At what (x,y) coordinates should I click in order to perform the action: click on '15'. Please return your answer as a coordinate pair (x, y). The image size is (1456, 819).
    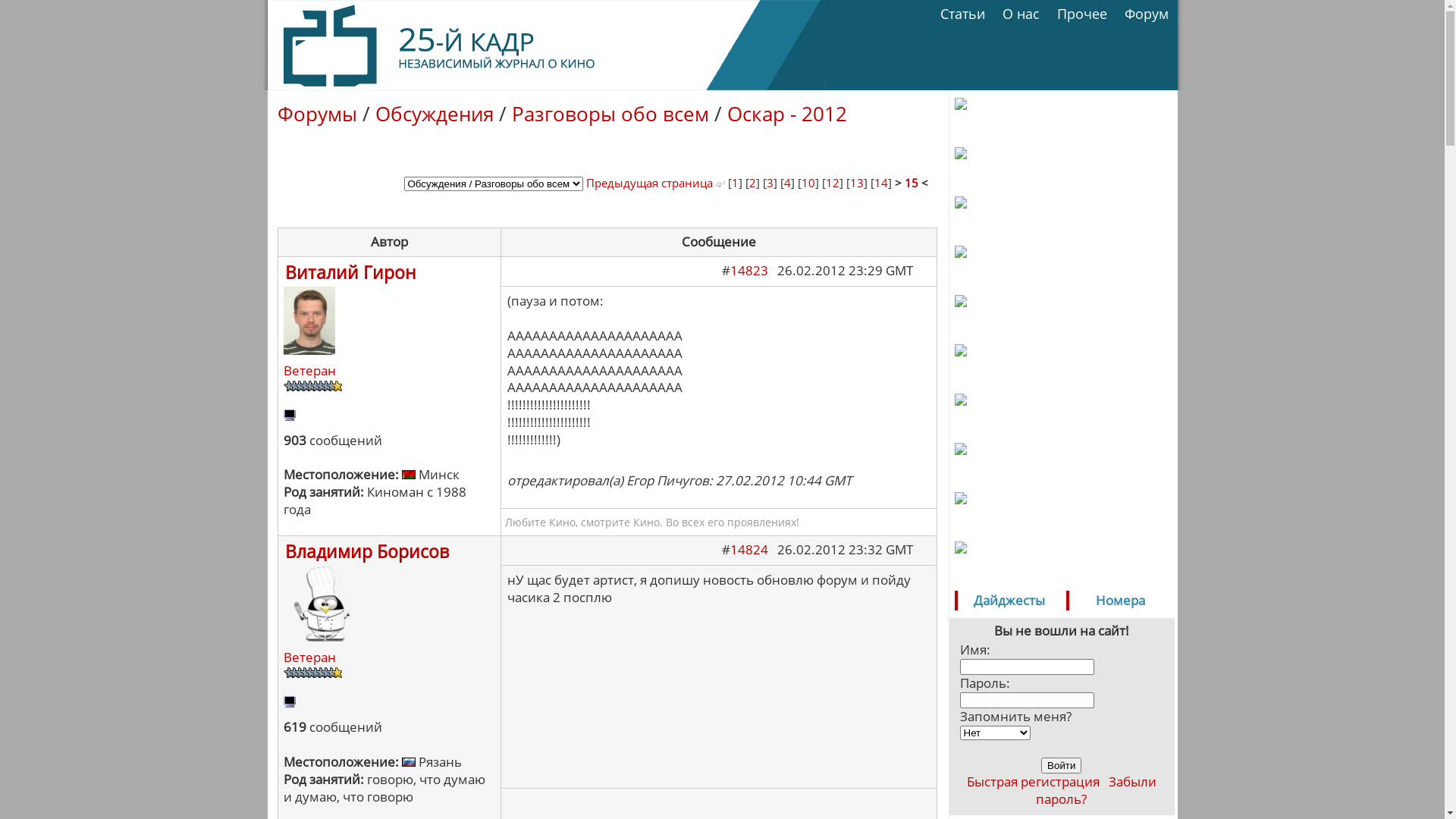
    Looking at the image, I should click on (910, 181).